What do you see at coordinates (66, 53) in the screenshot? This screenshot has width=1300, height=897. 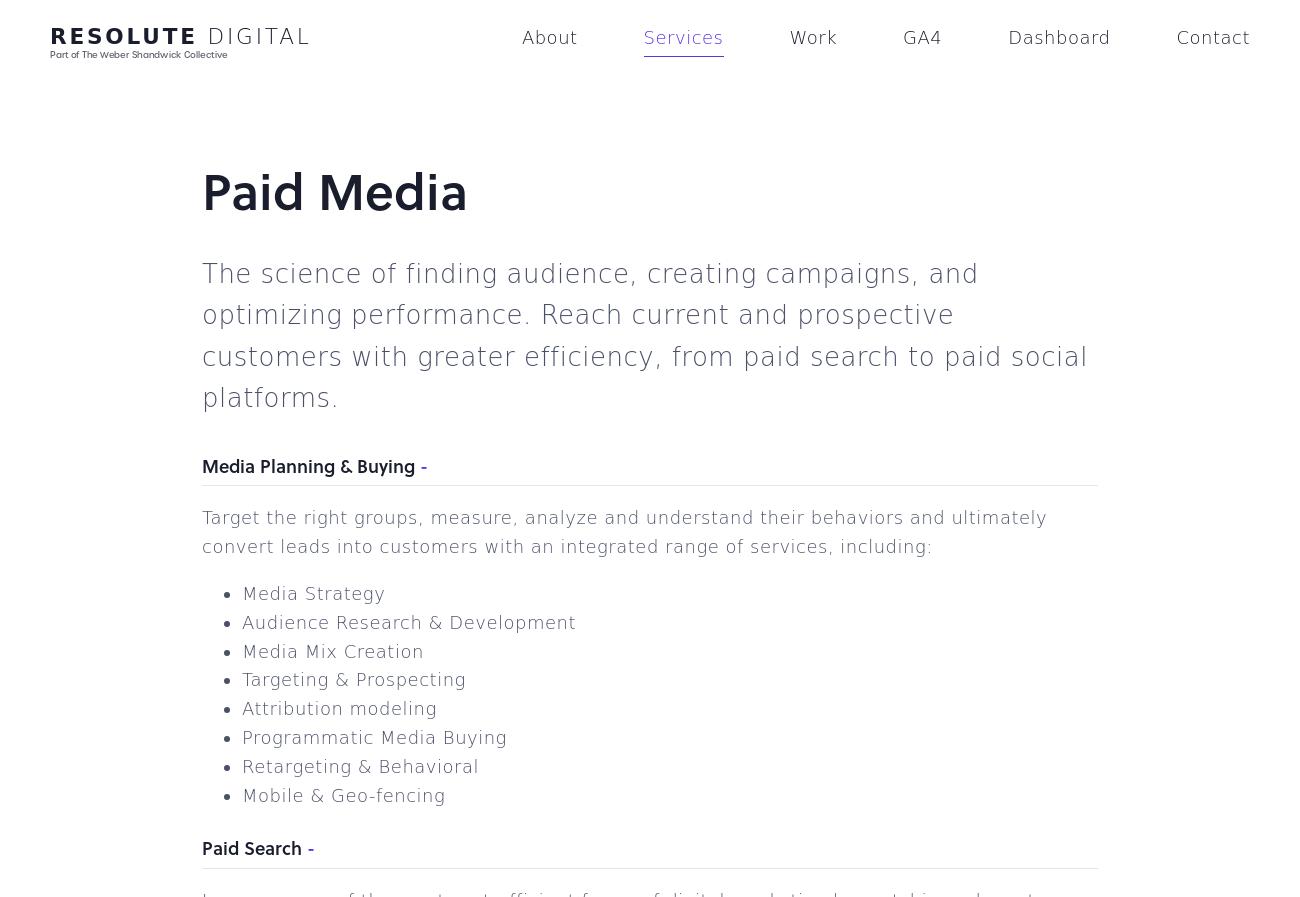 I see `'Part of'` at bounding box center [66, 53].